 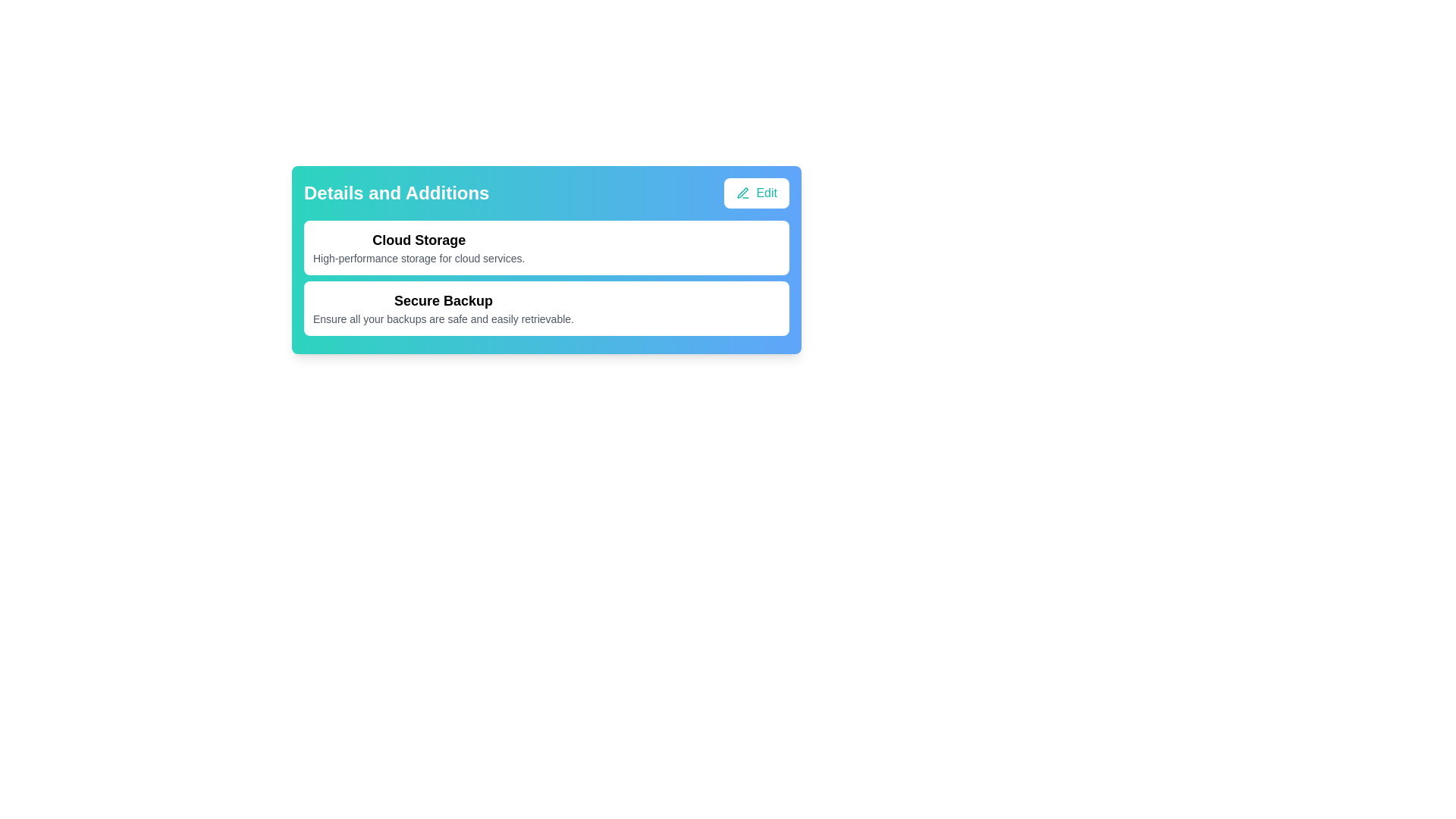 I want to click on the text label located, so click(x=767, y=192).